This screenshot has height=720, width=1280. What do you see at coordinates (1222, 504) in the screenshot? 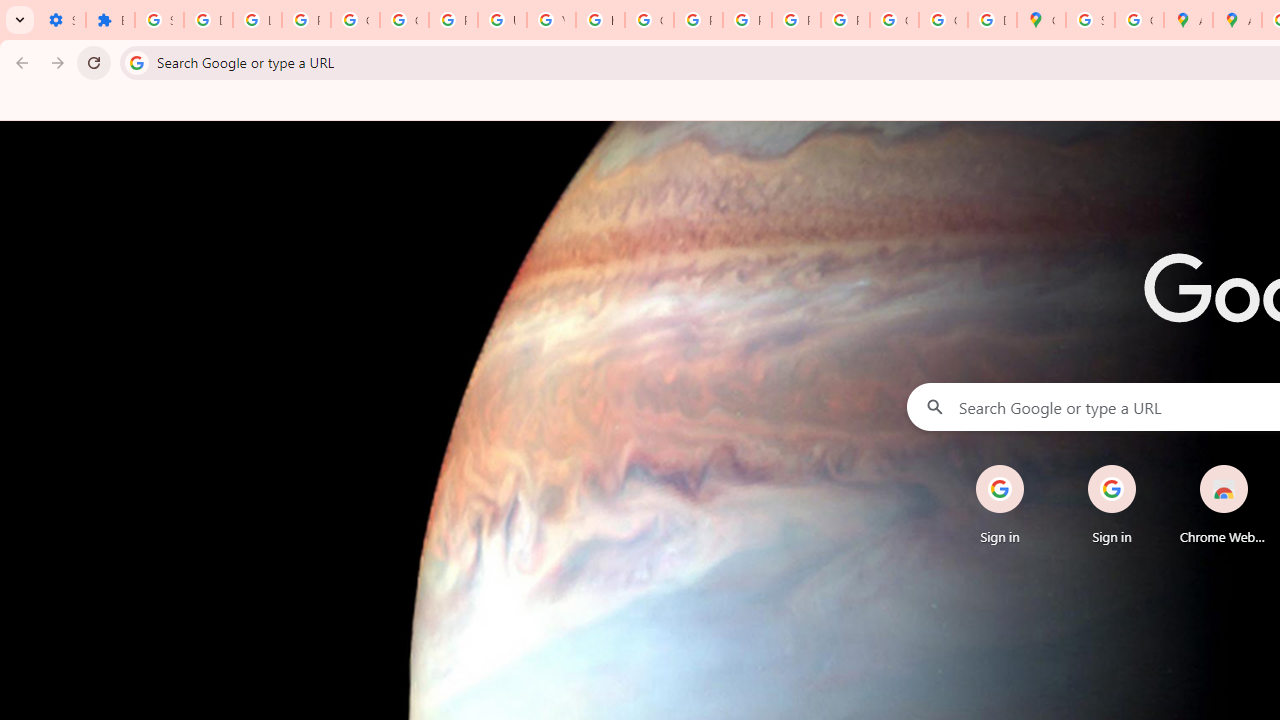
I see `'Chrome Web Store'` at bounding box center [1222, 504].